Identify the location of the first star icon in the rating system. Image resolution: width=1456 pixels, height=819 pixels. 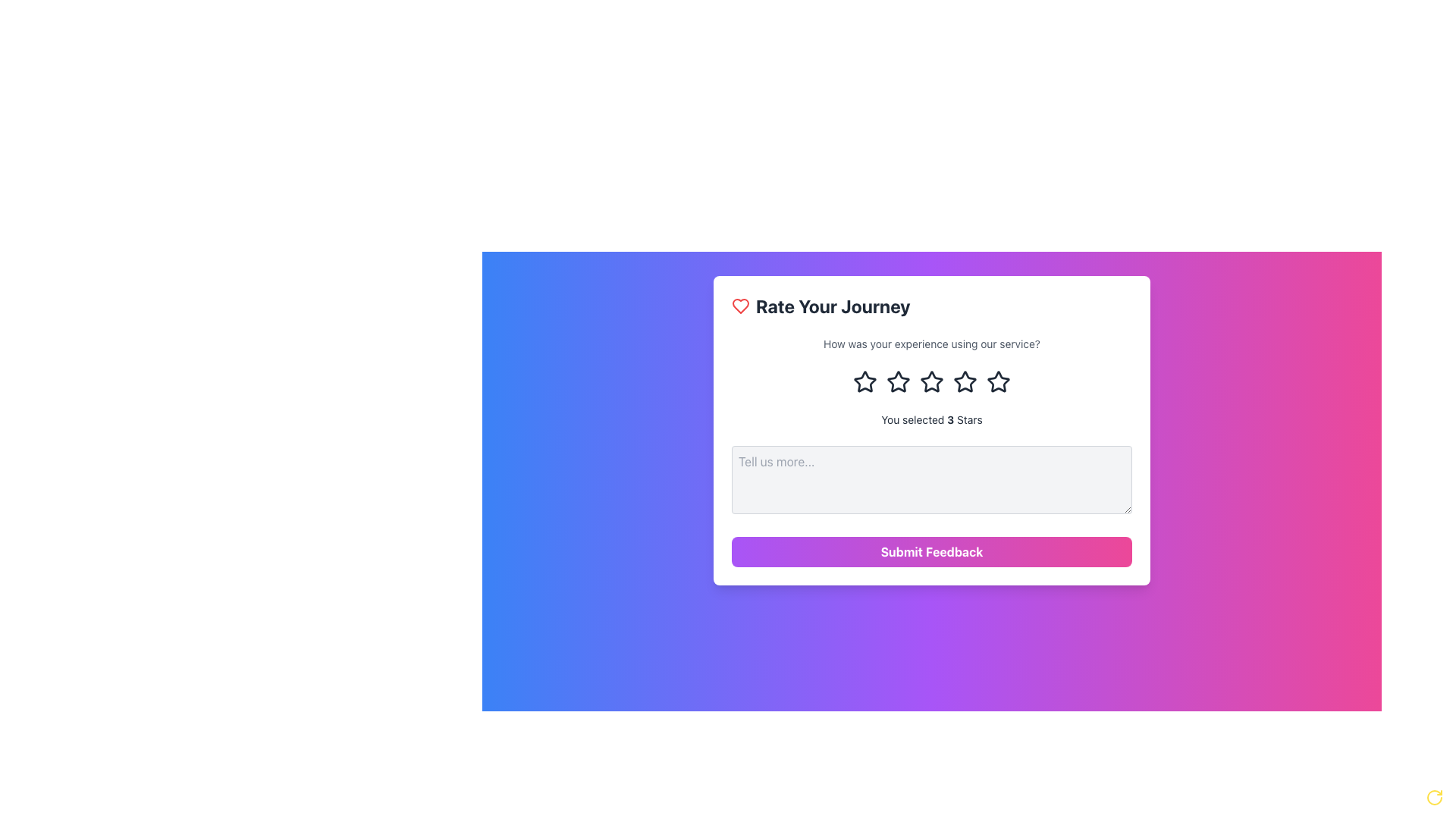
(865, 381).